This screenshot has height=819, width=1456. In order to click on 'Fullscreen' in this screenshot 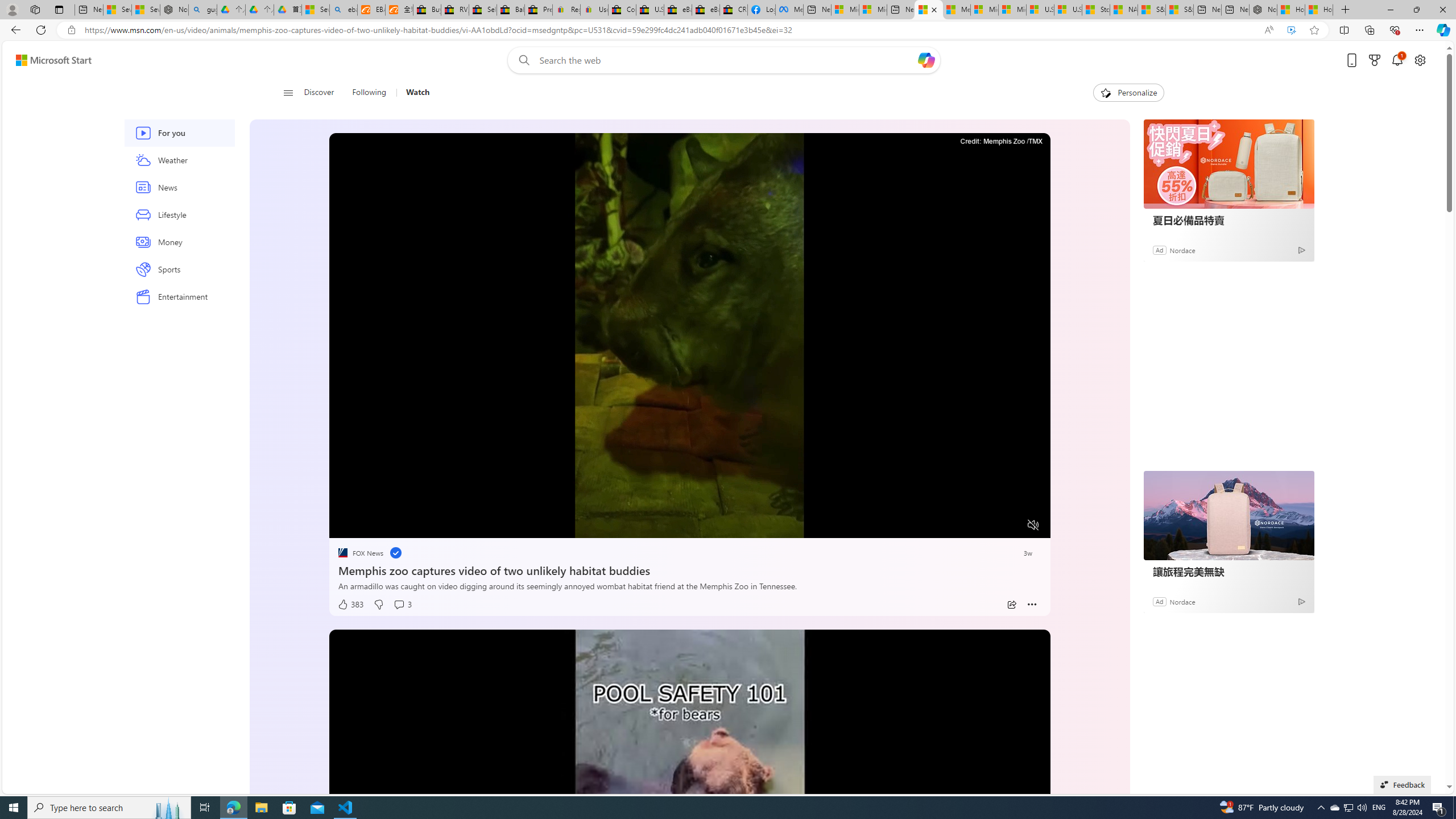, I will do `click(1011, 525)`.